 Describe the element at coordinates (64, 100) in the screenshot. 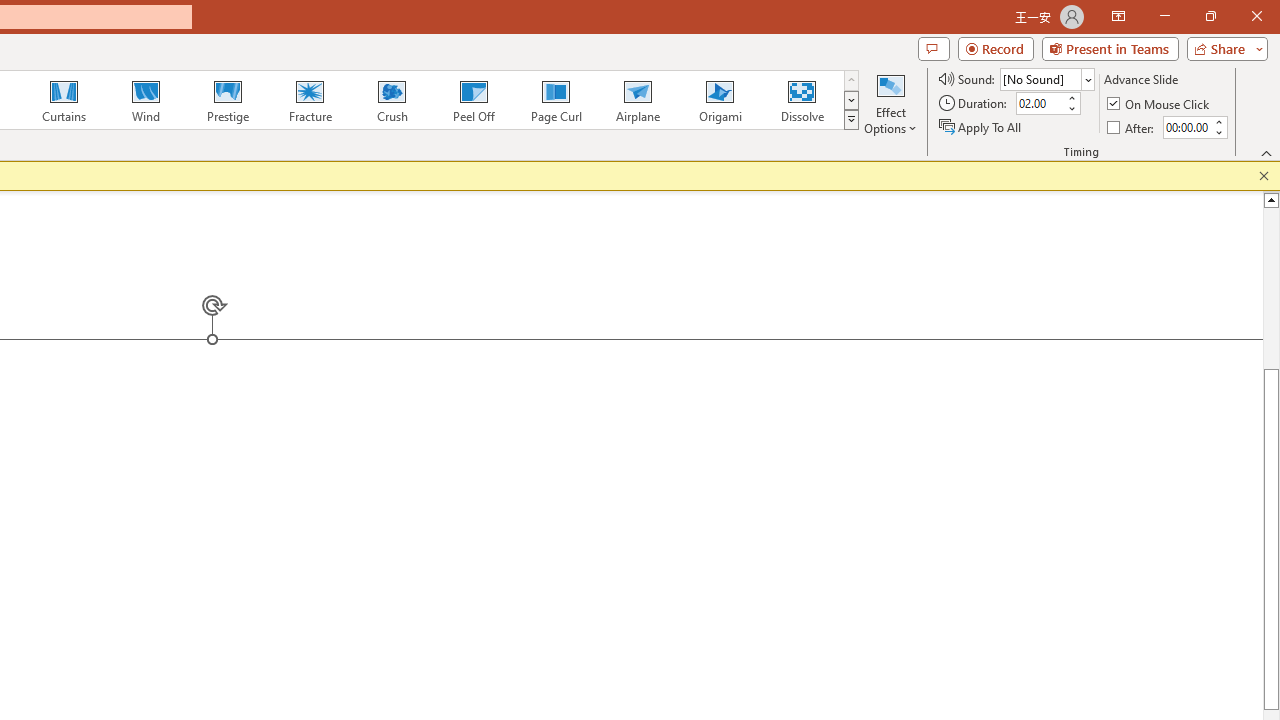

I see `'Curtains'` at that location.